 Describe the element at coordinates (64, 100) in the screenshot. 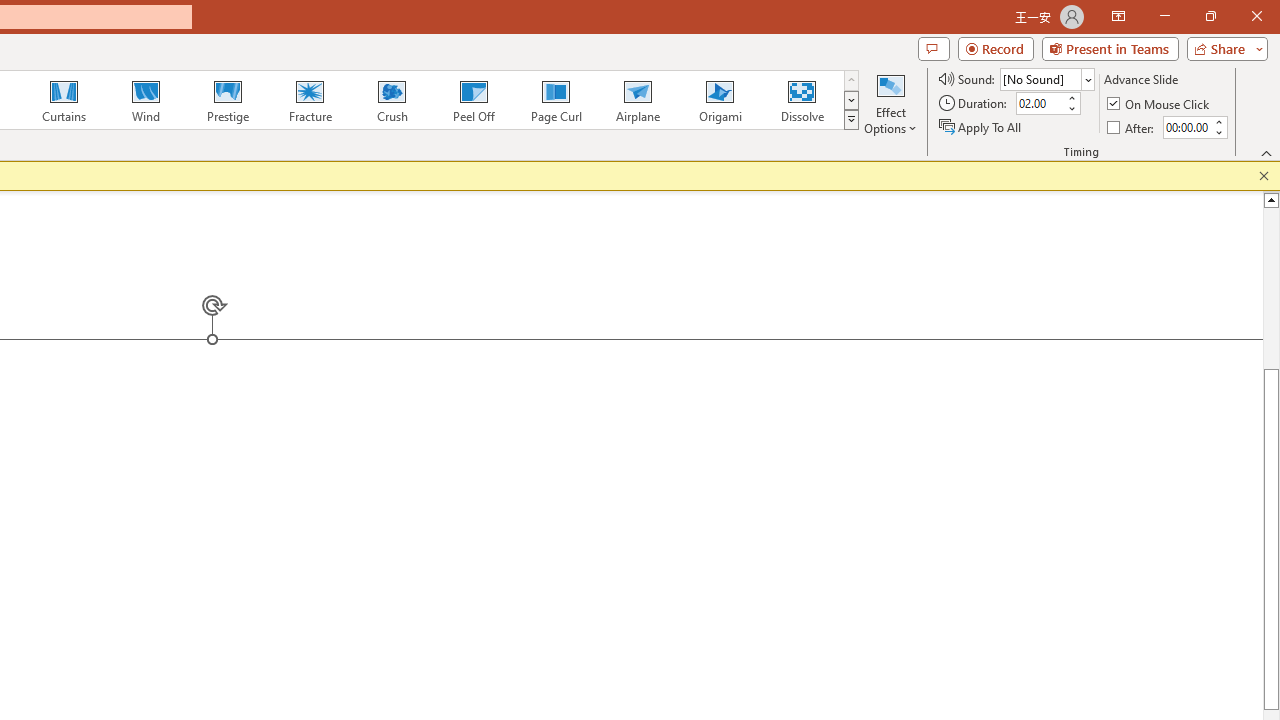

I see `'Curtains'` at that location.